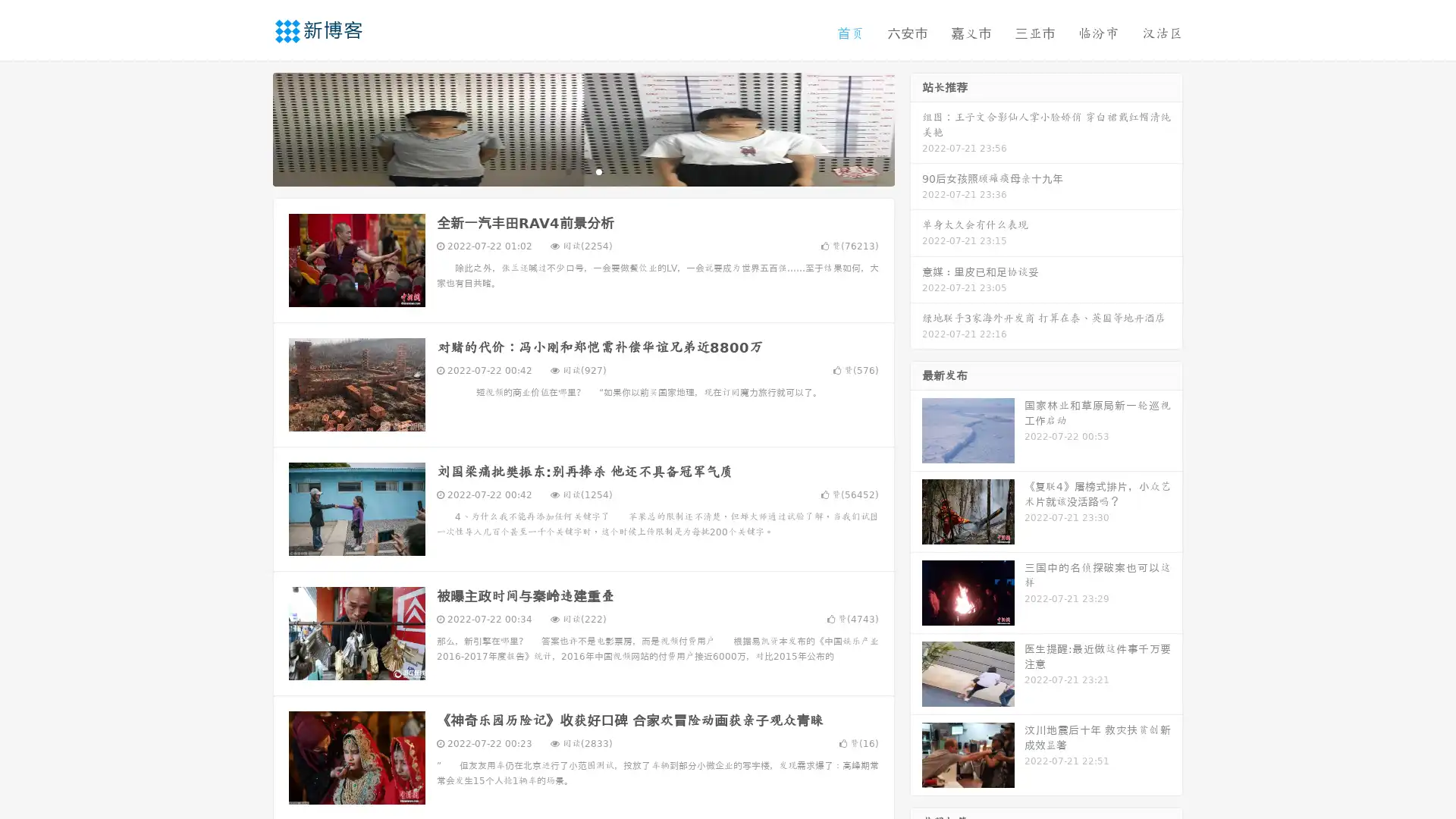 This screenshot has width=1456, height=819. I want to click on Next slide, so click(916, 127).